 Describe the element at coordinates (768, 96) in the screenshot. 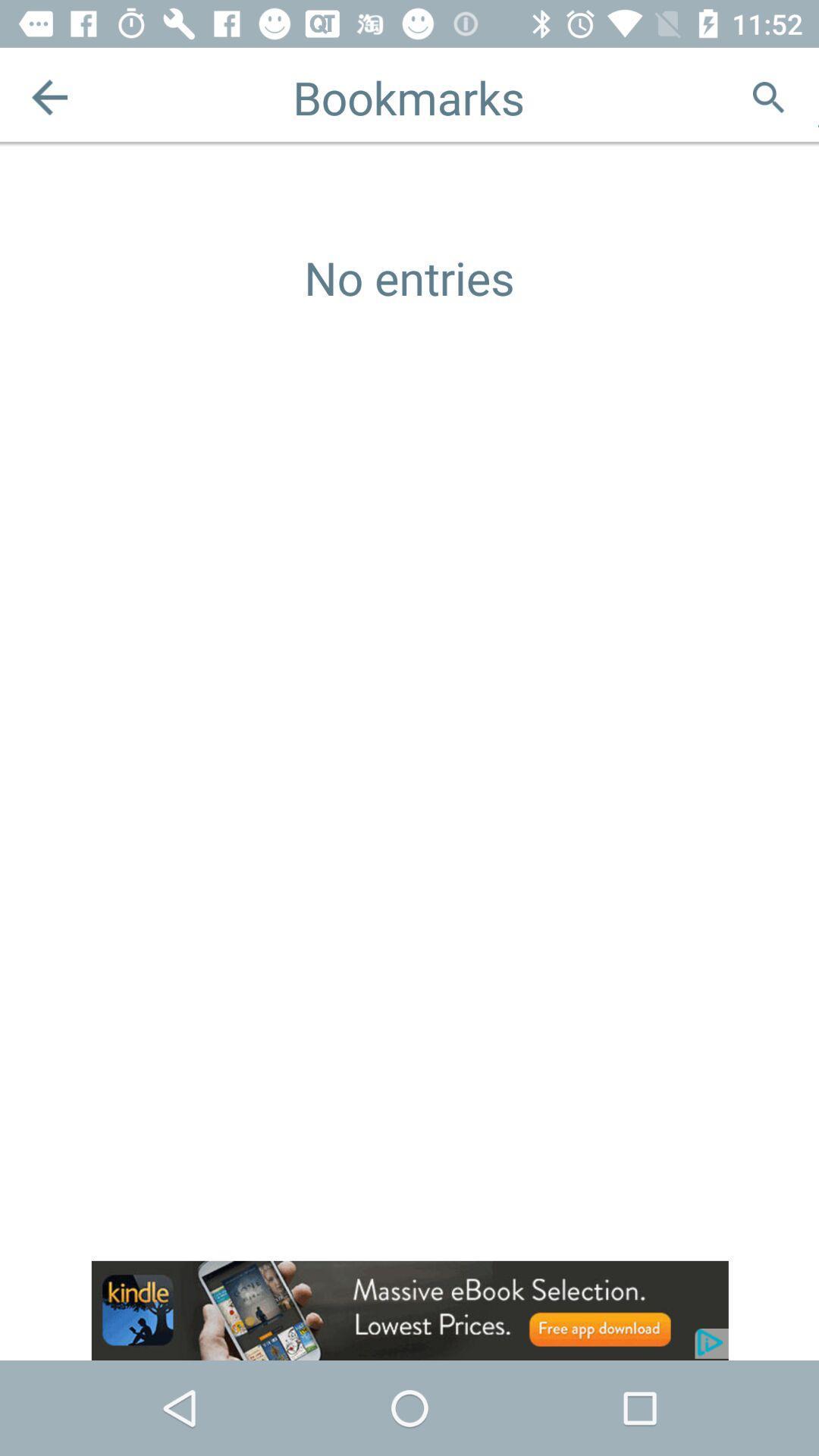

I see `search icon` at that location.